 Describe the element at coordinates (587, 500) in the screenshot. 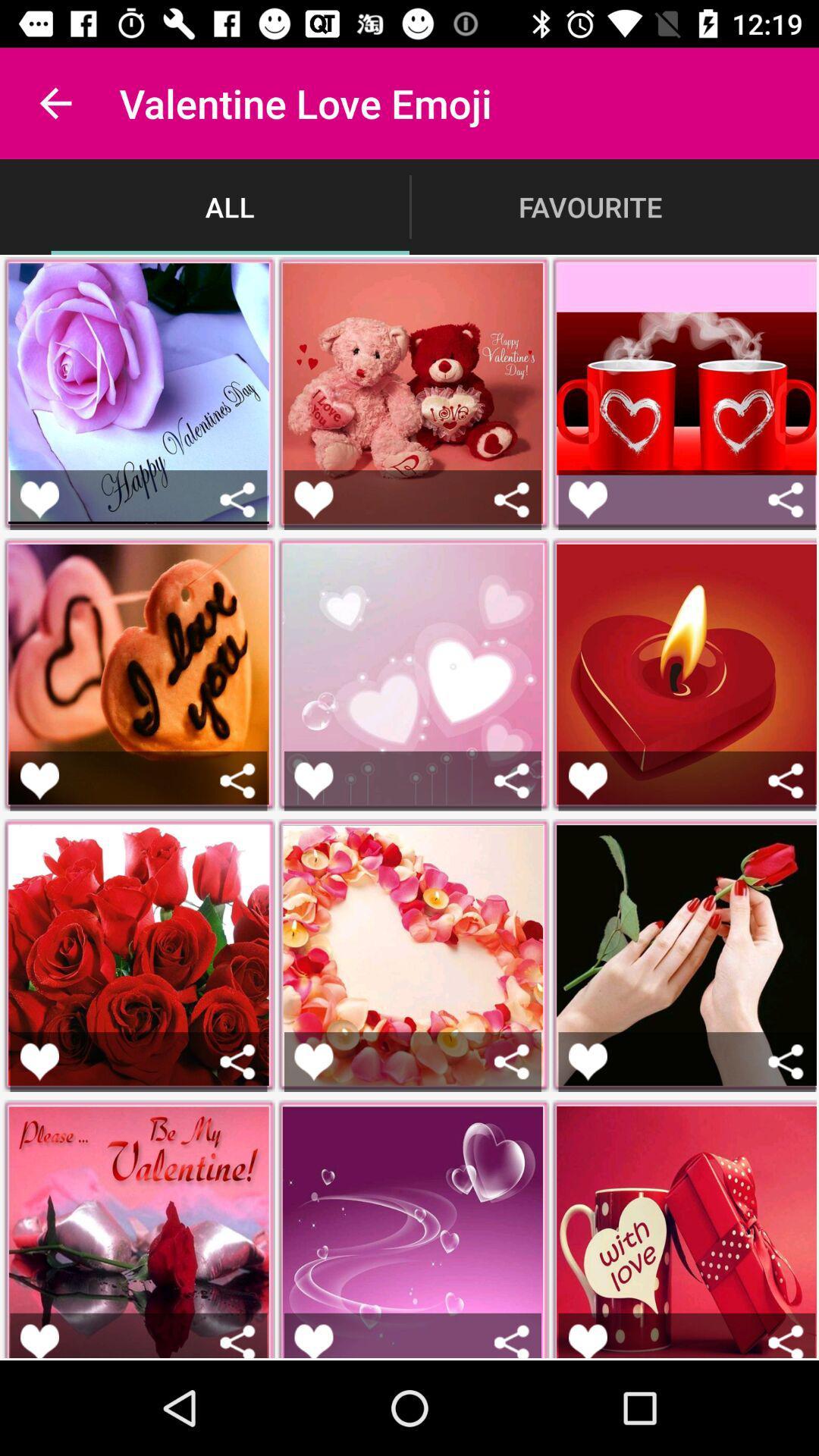

I see `to favorites` at that location.